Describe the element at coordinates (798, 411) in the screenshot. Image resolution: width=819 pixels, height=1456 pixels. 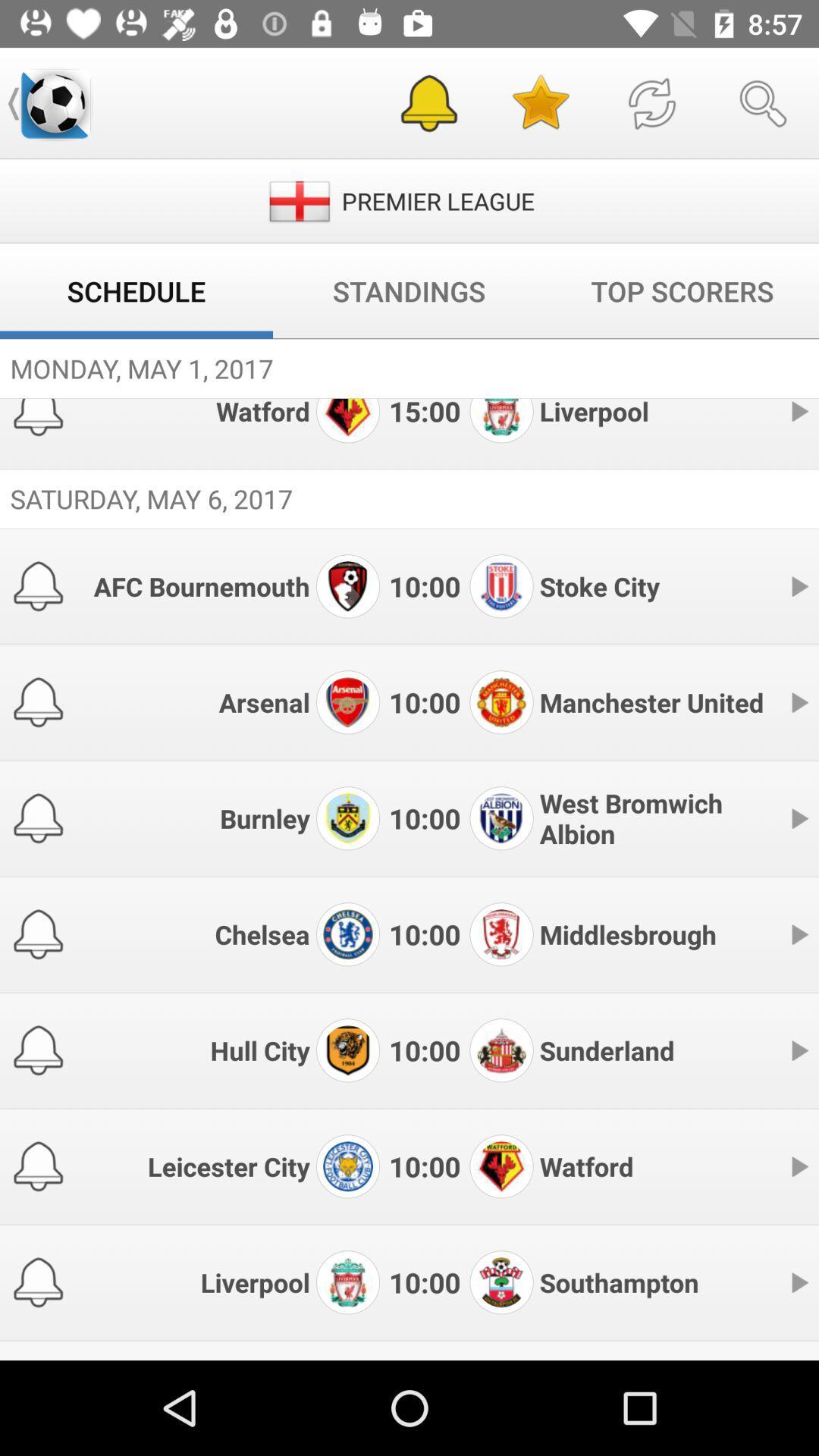
I see `play button which is below top scorers on the page` at that location.